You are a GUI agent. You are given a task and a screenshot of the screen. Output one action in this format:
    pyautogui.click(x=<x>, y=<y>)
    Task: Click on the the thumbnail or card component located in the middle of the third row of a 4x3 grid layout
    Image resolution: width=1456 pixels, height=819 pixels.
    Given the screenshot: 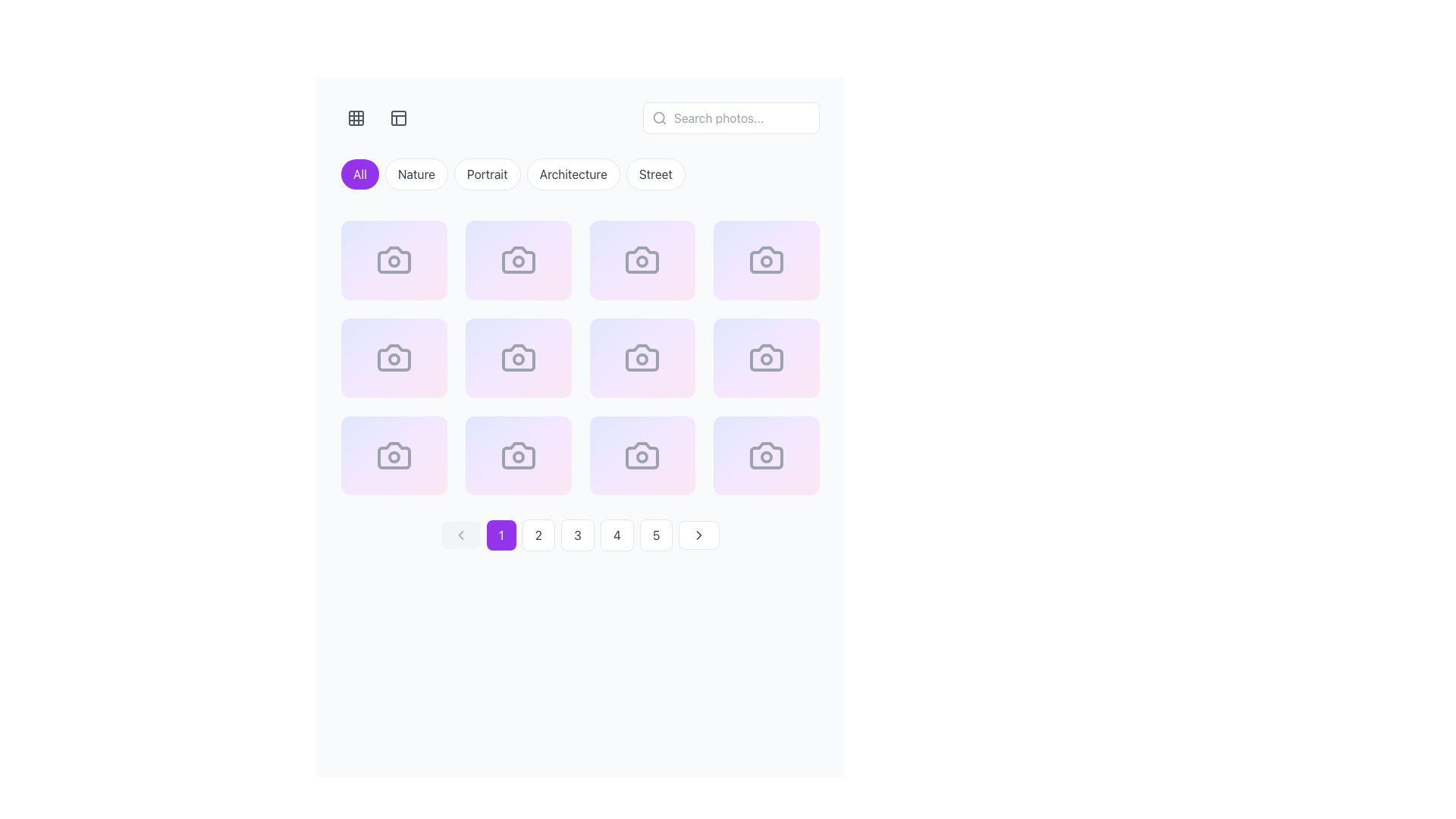 What is the action you would take?
    pyautogui.click(x=642, y=358)
    